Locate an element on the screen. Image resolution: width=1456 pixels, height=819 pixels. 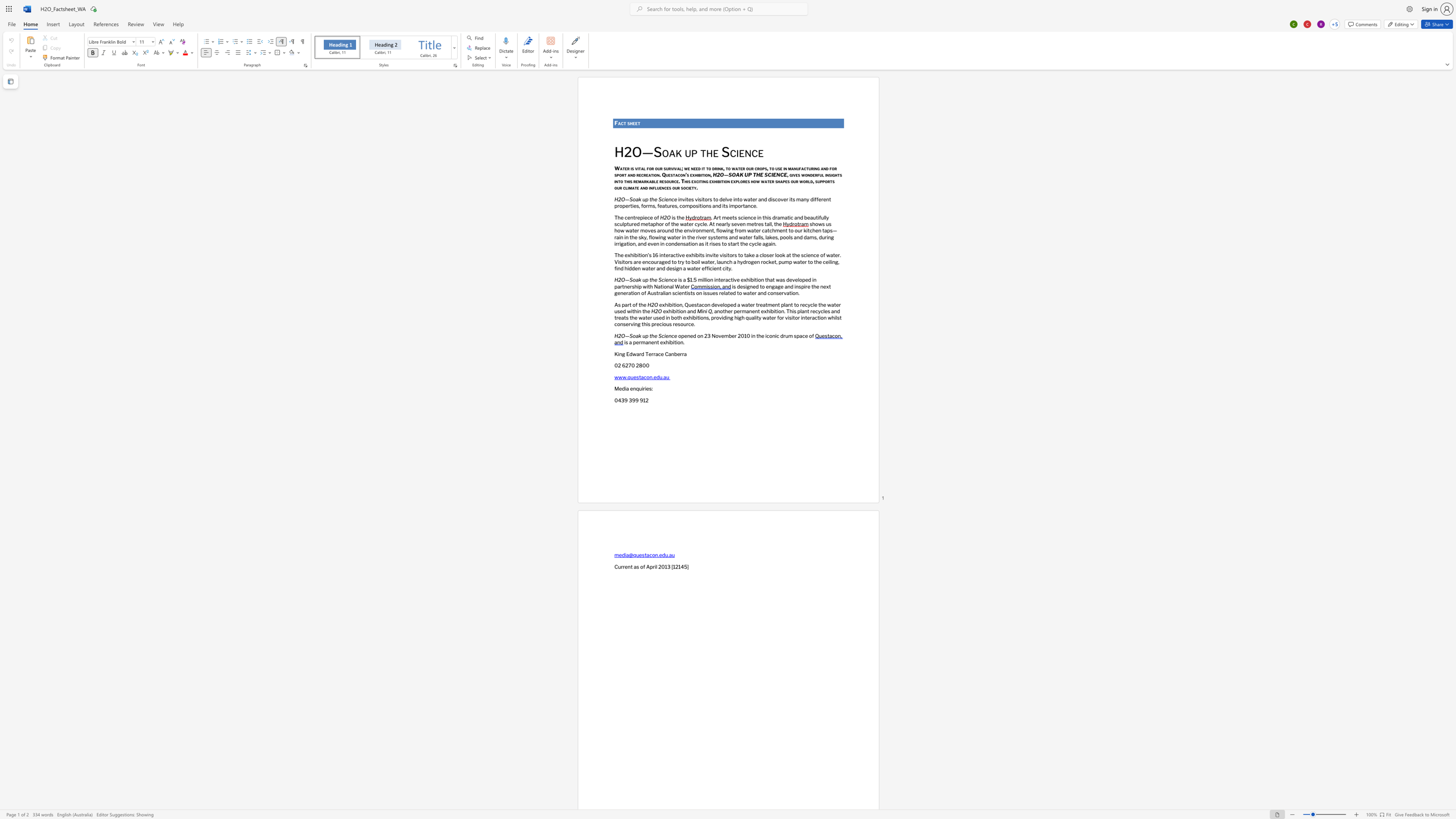
the 2th character "c" in the text is located at coordinates (687, 187).